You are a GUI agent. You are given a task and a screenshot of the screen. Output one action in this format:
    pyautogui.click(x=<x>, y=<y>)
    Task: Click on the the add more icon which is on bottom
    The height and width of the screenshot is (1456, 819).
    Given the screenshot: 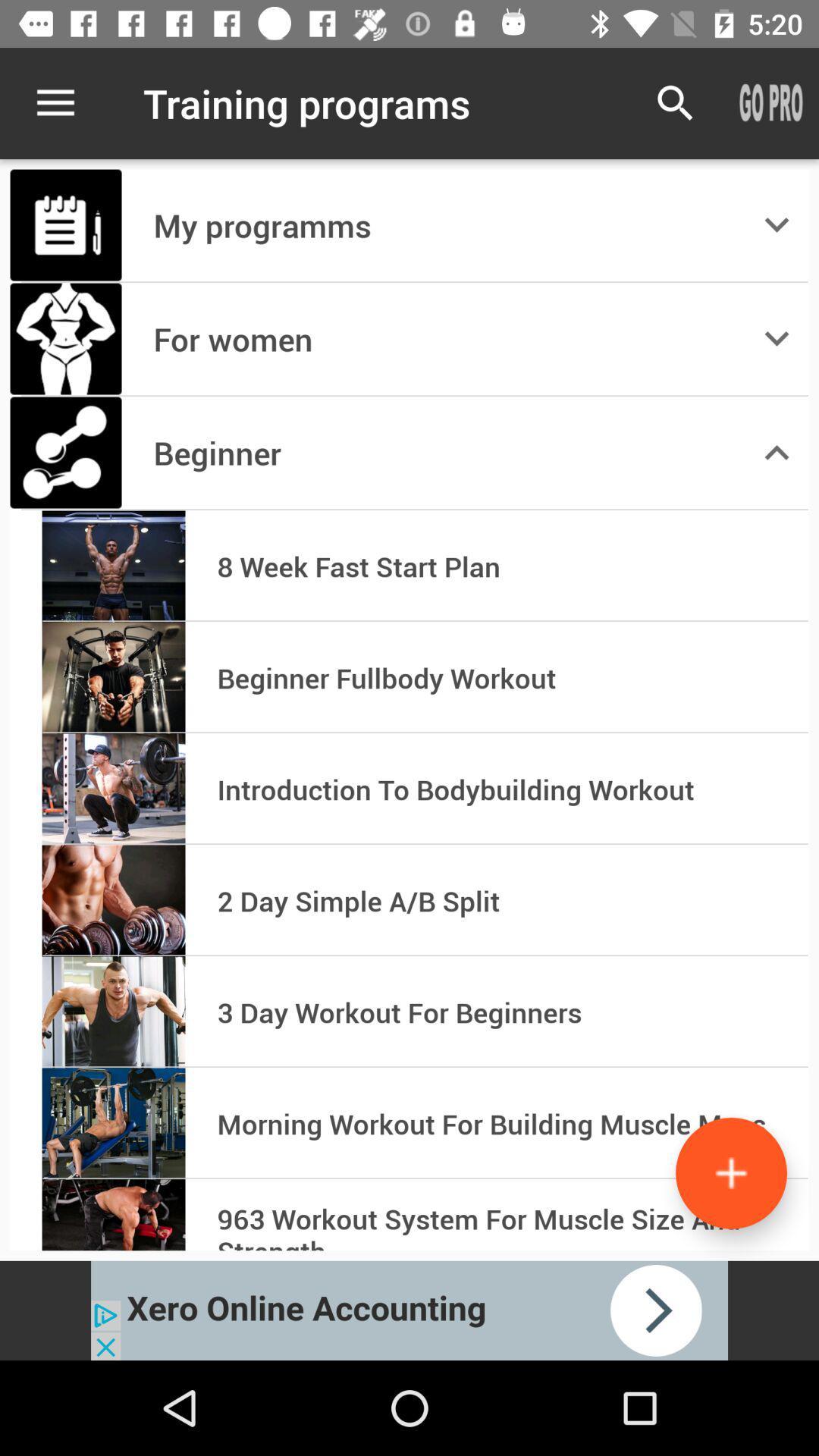 What is the action you would take?
    pyautogui.click(x=730, y=1172)
    